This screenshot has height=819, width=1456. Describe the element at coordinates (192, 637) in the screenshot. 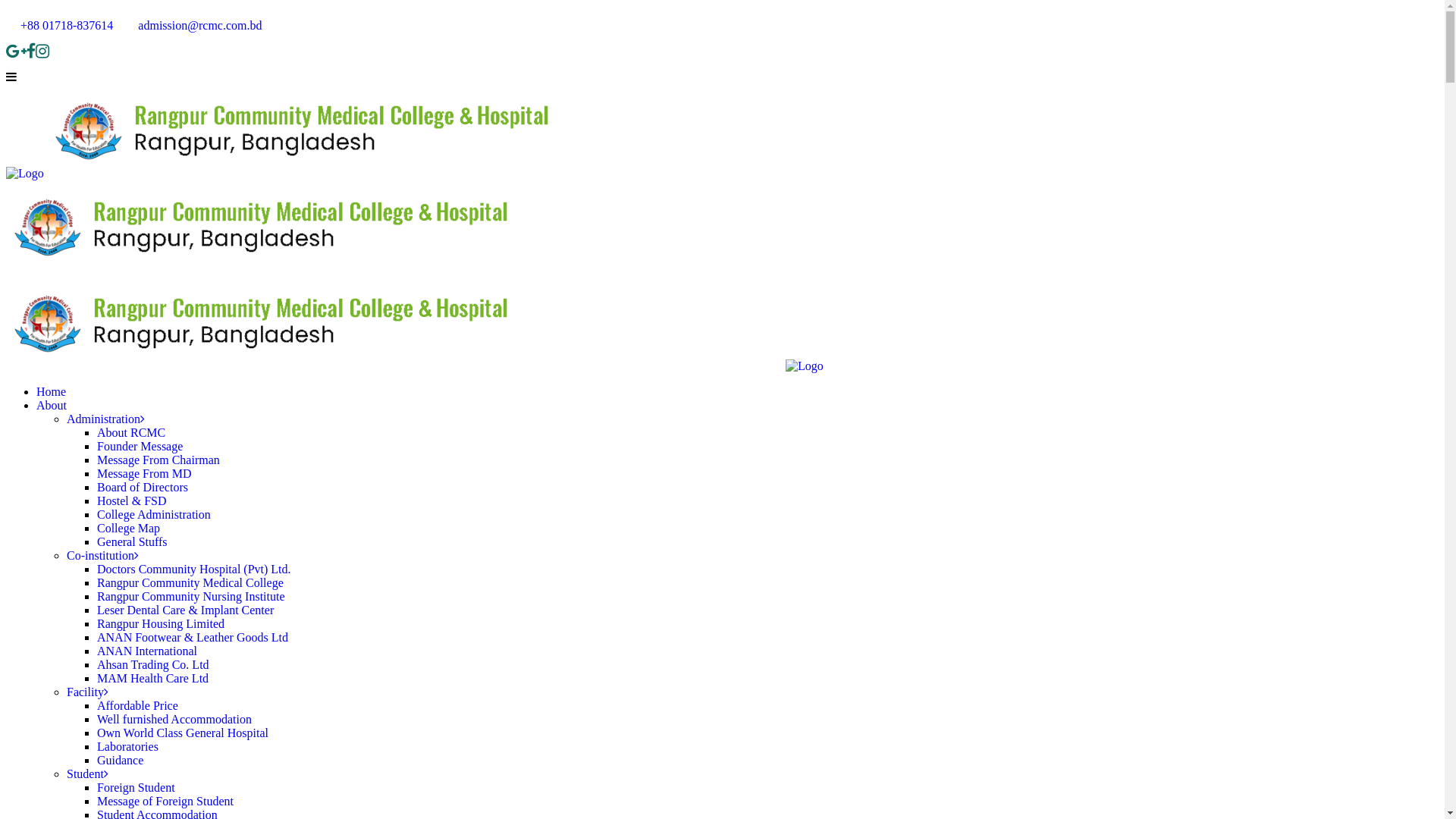

I see `'ANAN Footwear & Leather Goods Ltd'` at that location.